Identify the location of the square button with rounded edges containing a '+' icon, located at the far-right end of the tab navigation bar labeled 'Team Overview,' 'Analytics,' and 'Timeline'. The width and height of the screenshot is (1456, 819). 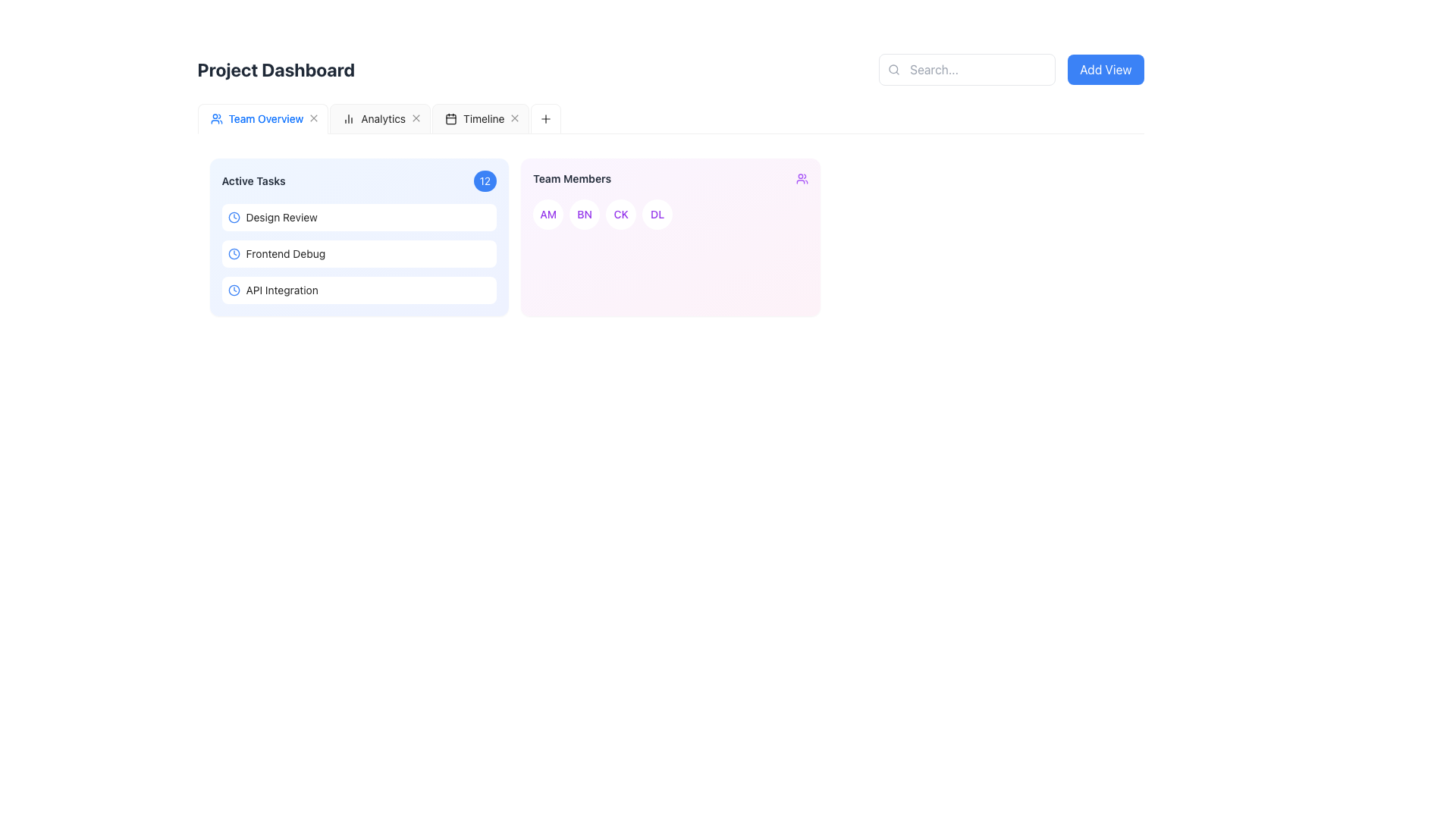
(546, 118).